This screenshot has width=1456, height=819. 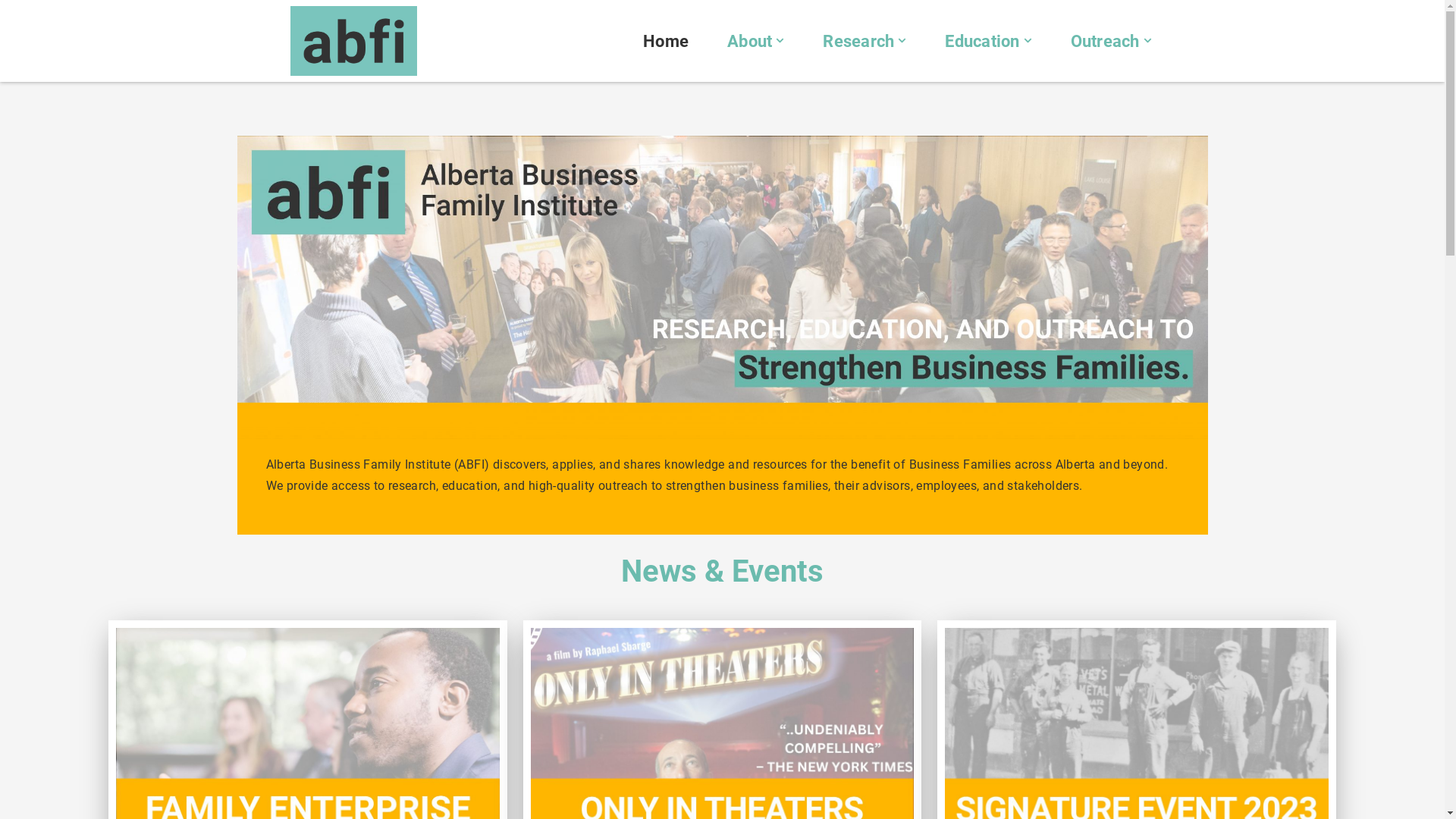 I want to click on 'Education', so click(x=982, y=40).